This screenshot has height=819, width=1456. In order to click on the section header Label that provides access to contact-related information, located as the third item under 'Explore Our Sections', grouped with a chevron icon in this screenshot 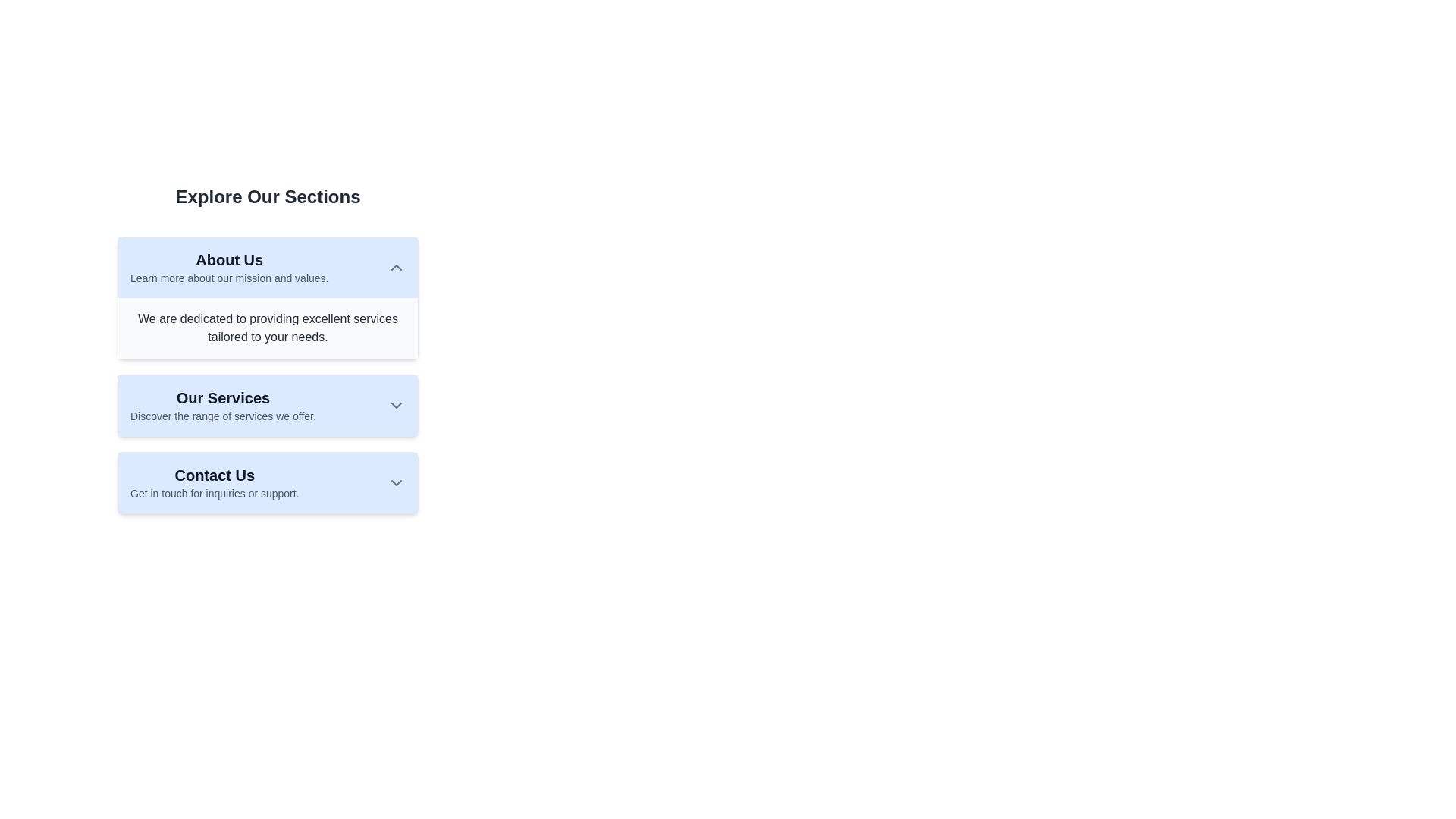, I will do `click(214, 482)`.